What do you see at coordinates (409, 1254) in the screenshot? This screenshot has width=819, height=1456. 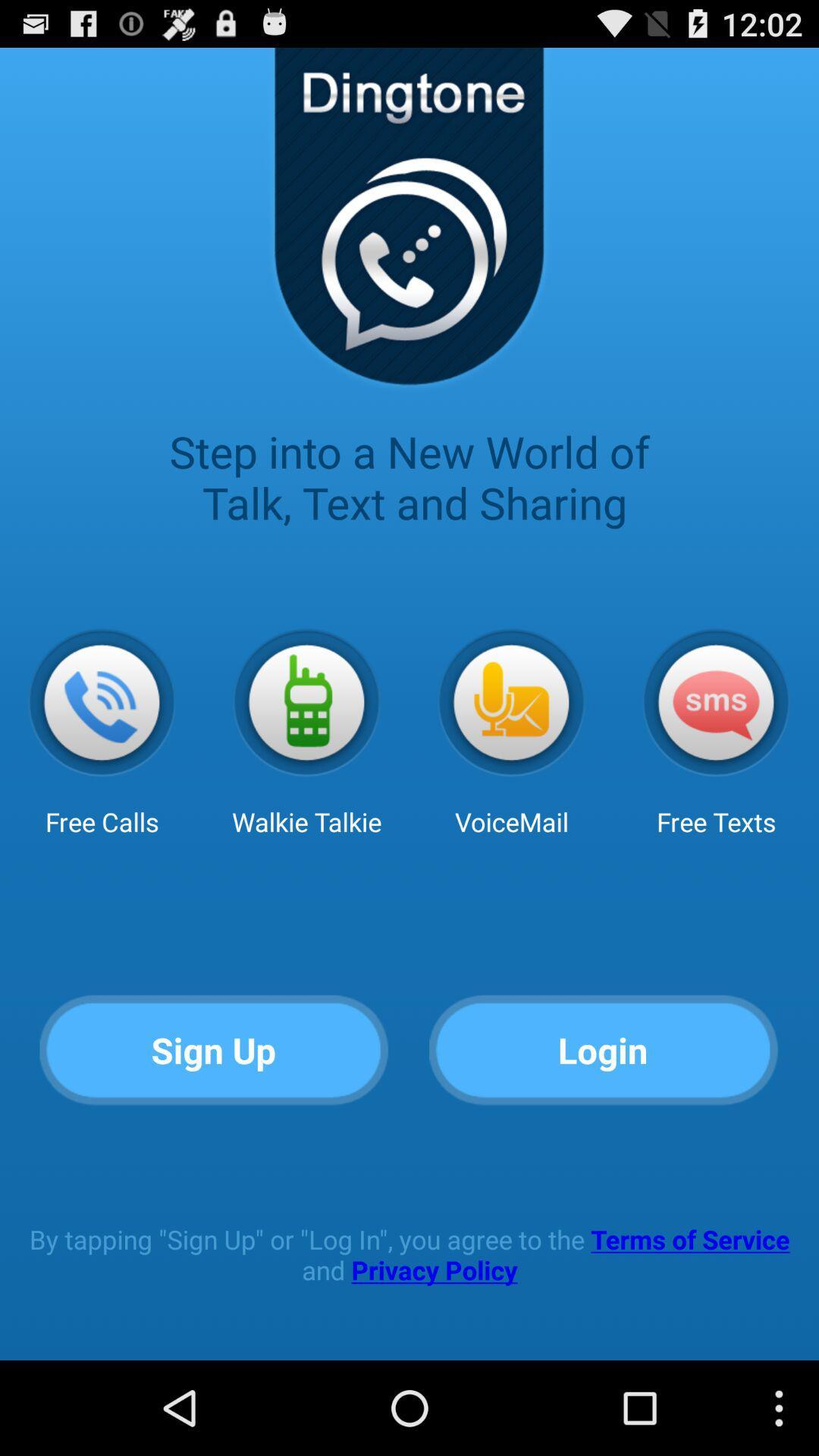 I see `by tapping sign at the bottom` at bounding box center [409, 1254].